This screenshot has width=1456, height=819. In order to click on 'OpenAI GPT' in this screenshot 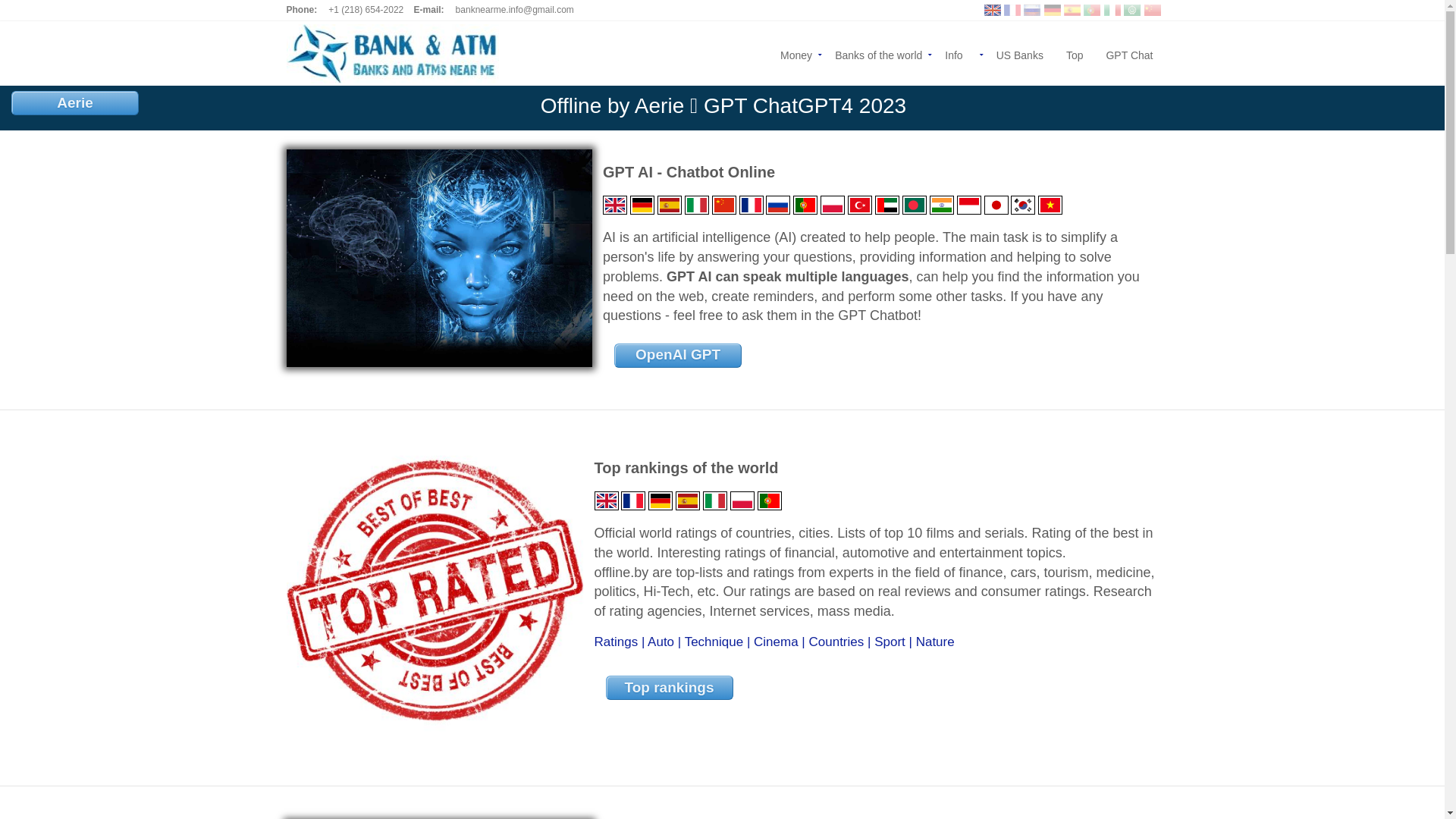, I will do `click(676, 356)`.